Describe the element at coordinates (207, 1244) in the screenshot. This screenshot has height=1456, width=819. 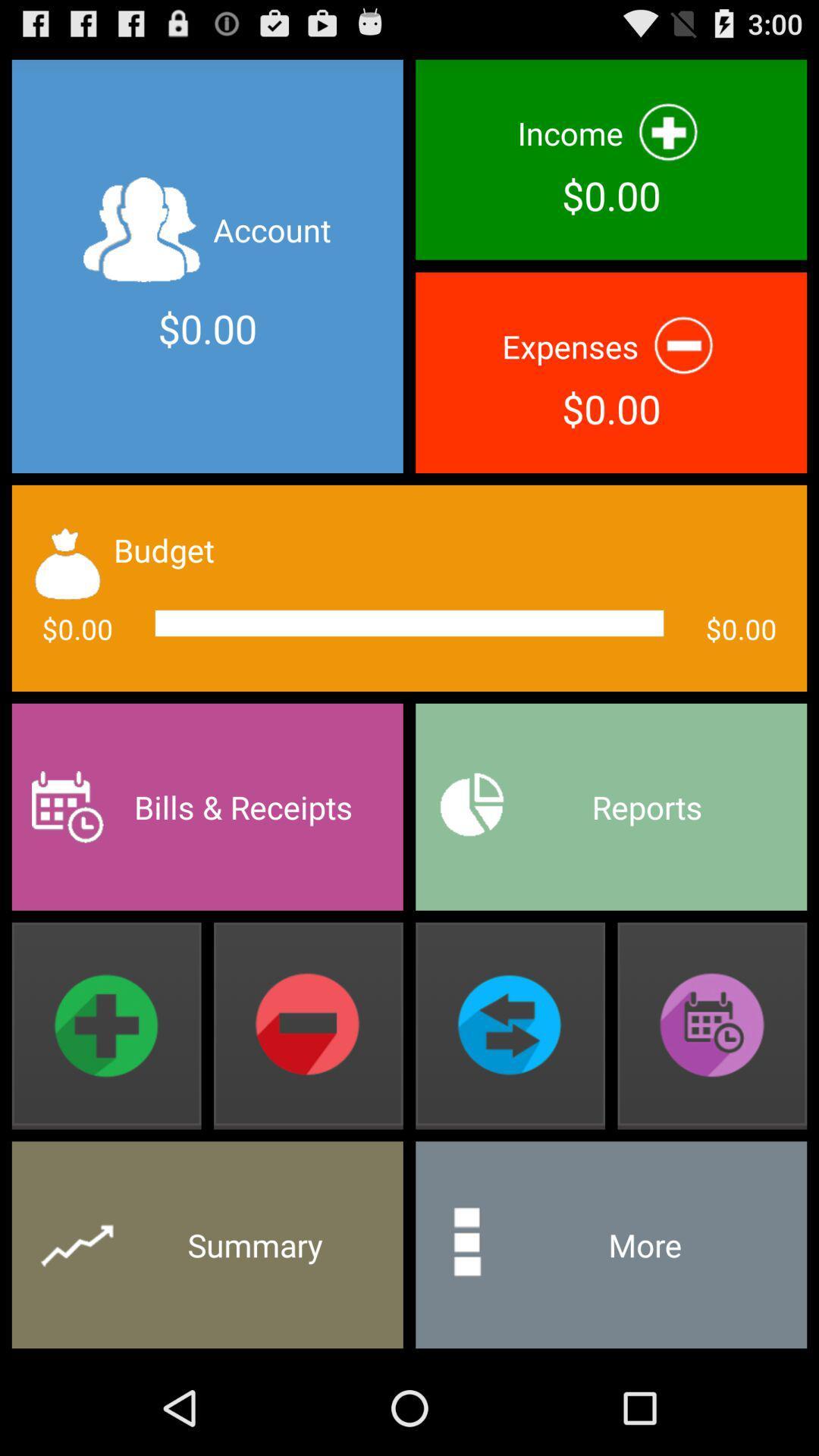
I see `the summary` at that location.